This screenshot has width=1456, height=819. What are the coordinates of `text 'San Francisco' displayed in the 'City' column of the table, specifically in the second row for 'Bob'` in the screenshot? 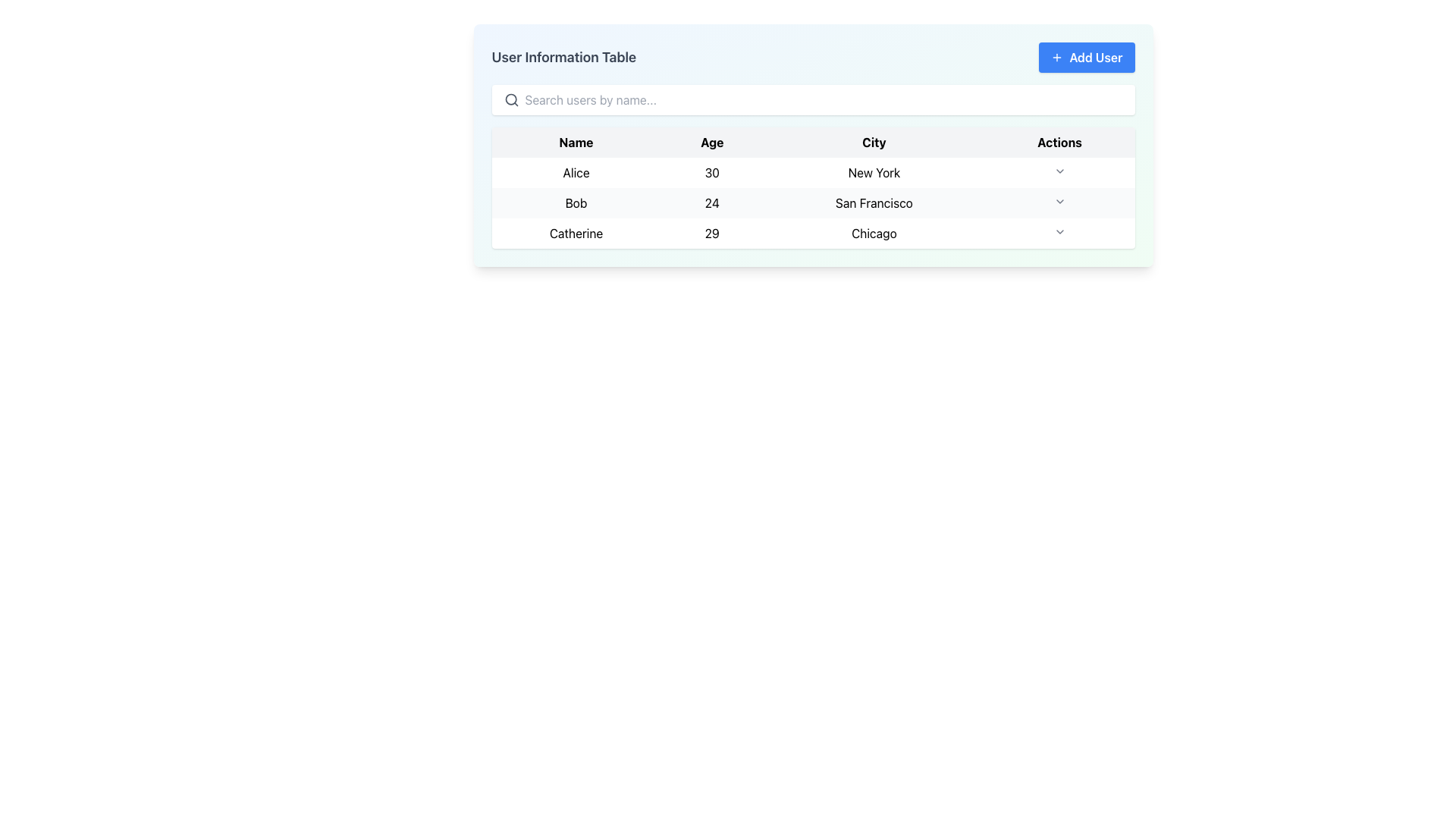 It's located at (874, 202).